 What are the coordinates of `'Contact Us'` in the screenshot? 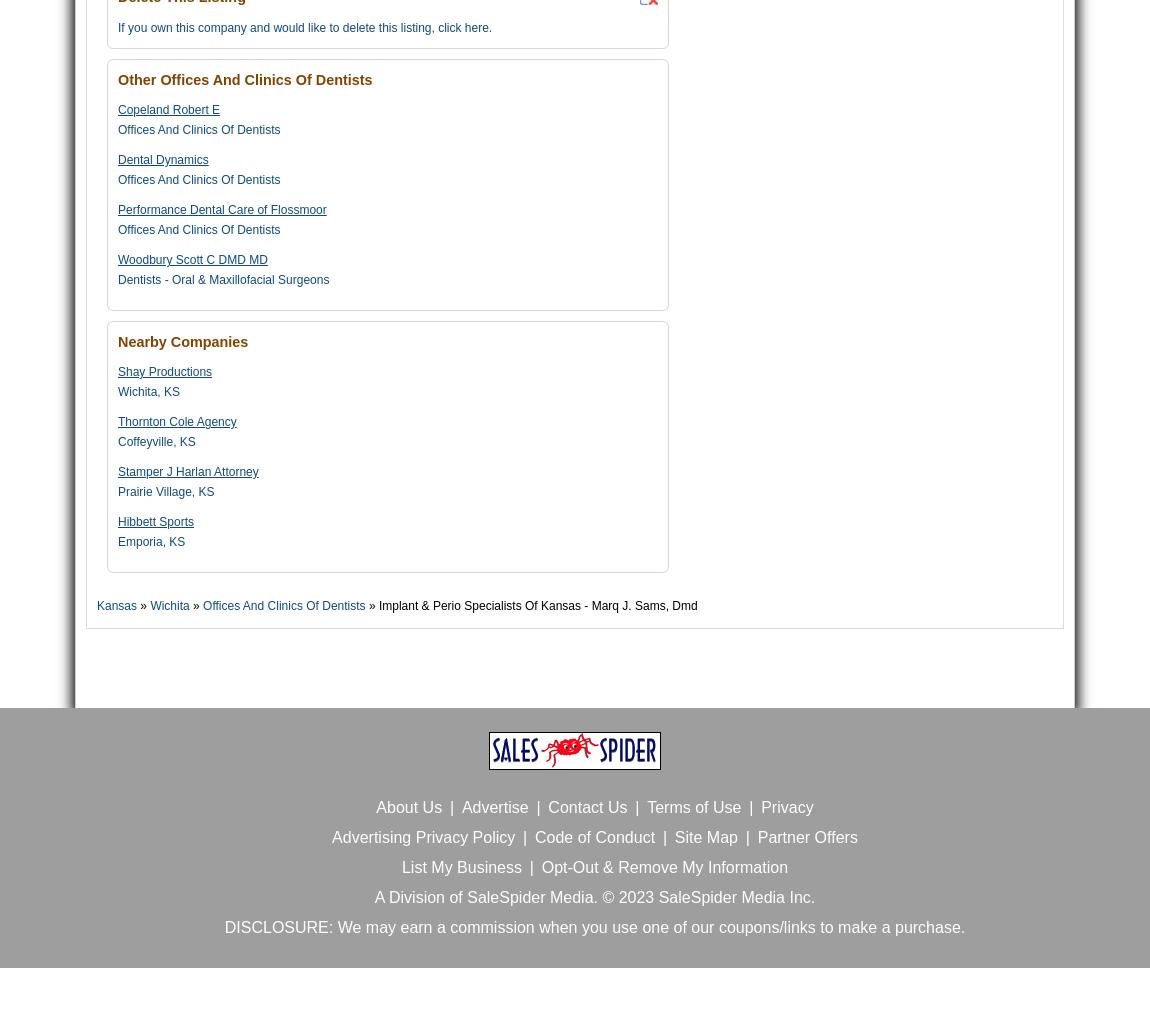 It's located at (586, 807).